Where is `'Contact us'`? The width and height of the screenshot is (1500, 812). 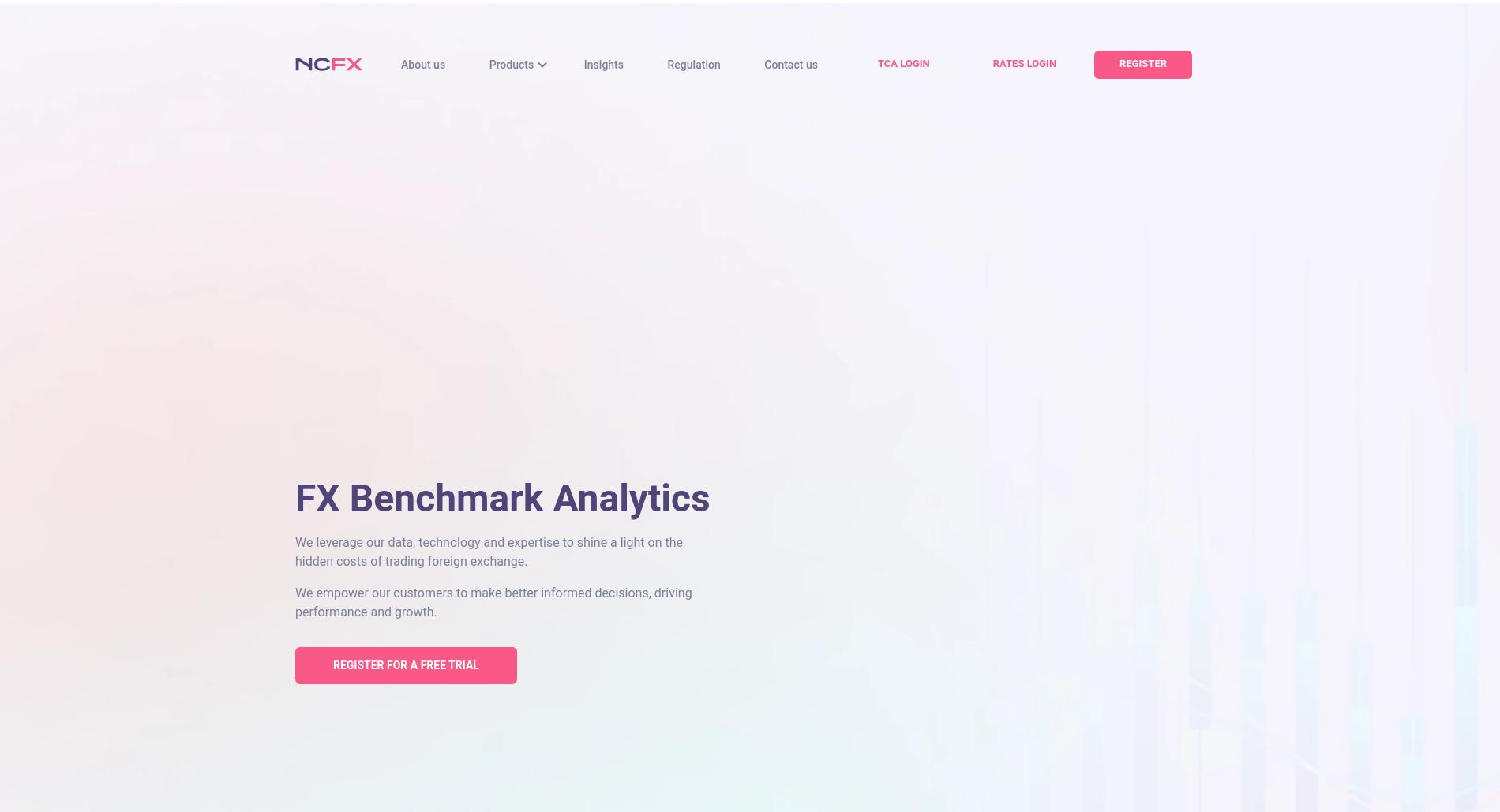
'Contact us' is located at coordinates (790, 62).